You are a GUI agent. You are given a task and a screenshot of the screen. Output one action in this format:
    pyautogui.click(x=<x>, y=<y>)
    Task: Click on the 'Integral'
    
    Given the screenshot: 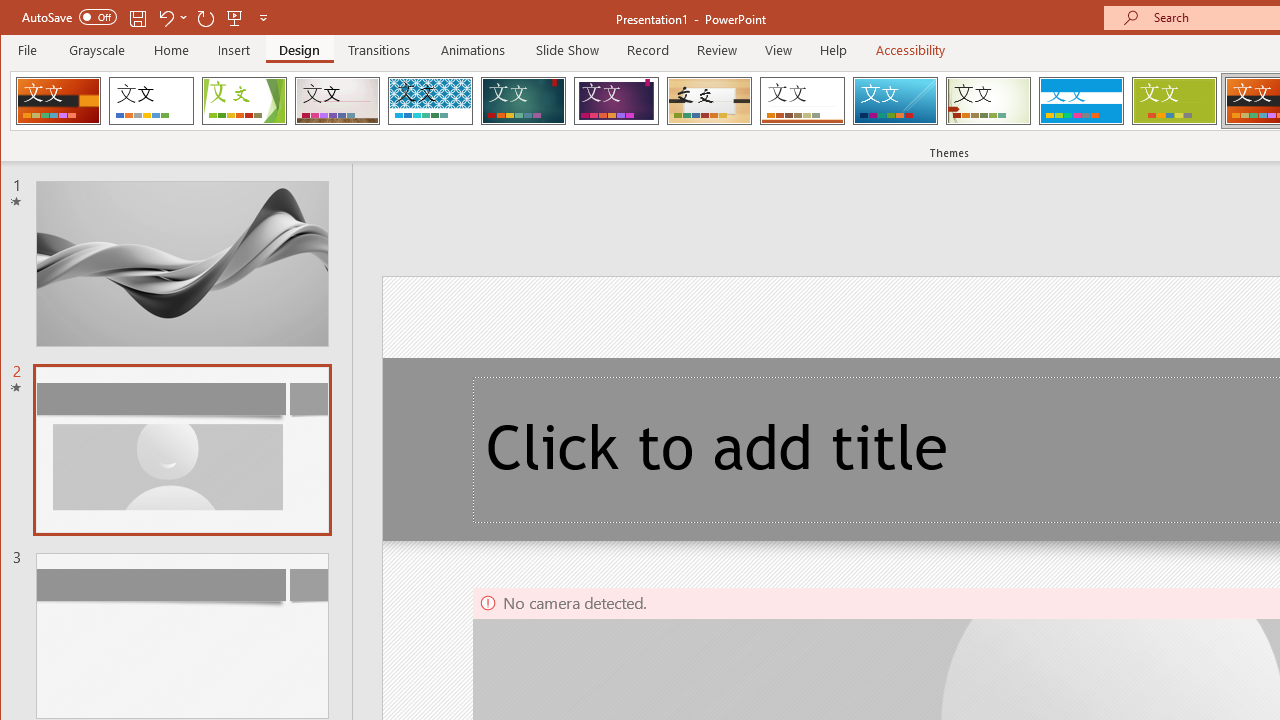 What is the action you would take?
    pyautogui.click(x=429, y=100)
    